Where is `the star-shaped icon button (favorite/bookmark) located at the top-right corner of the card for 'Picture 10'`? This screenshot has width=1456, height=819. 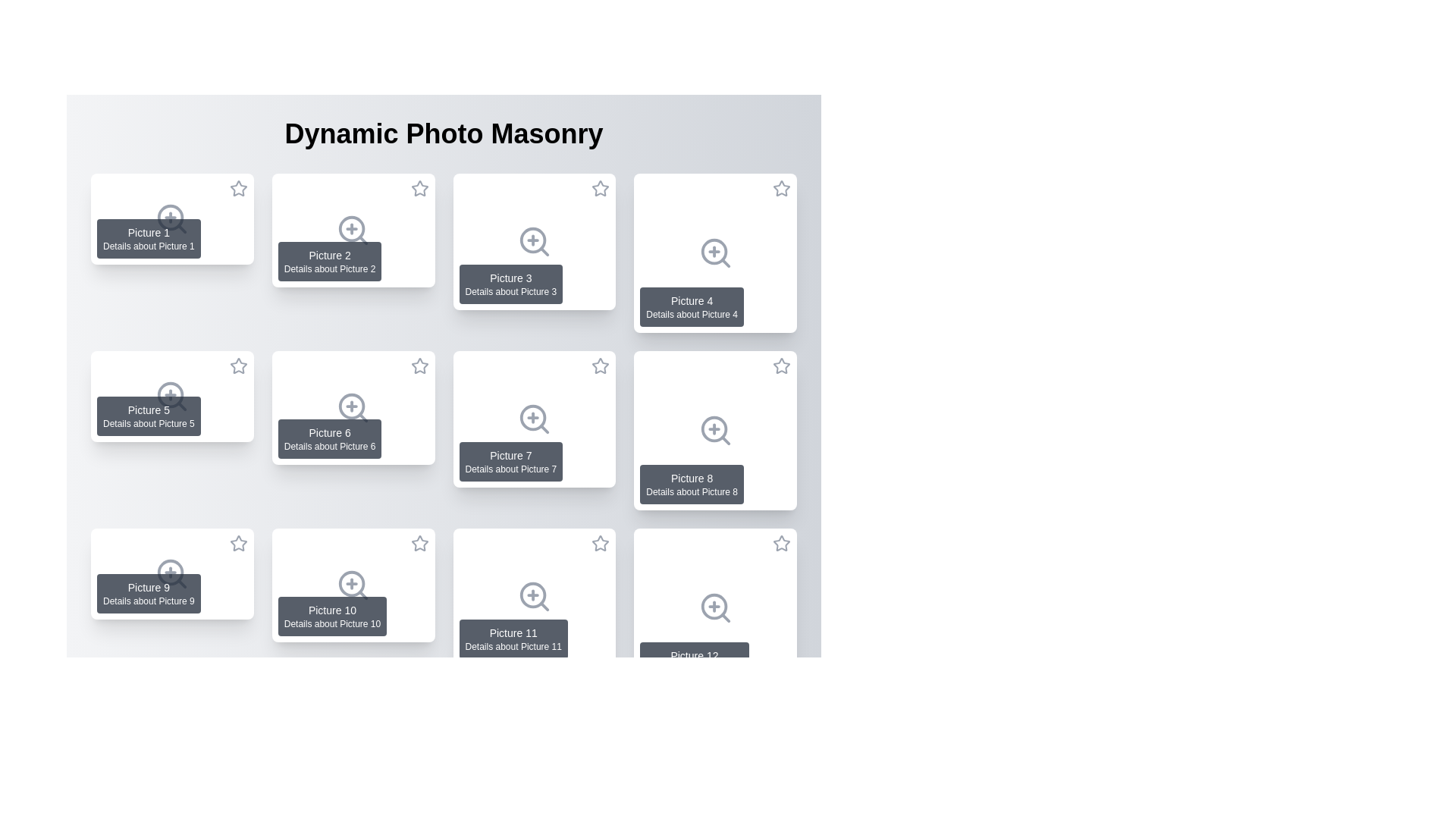
the star-shaped icon button (favorite/bookmark) located at the top-right corner of the card for 'Picture 10' is located at coordinates (419, 546).